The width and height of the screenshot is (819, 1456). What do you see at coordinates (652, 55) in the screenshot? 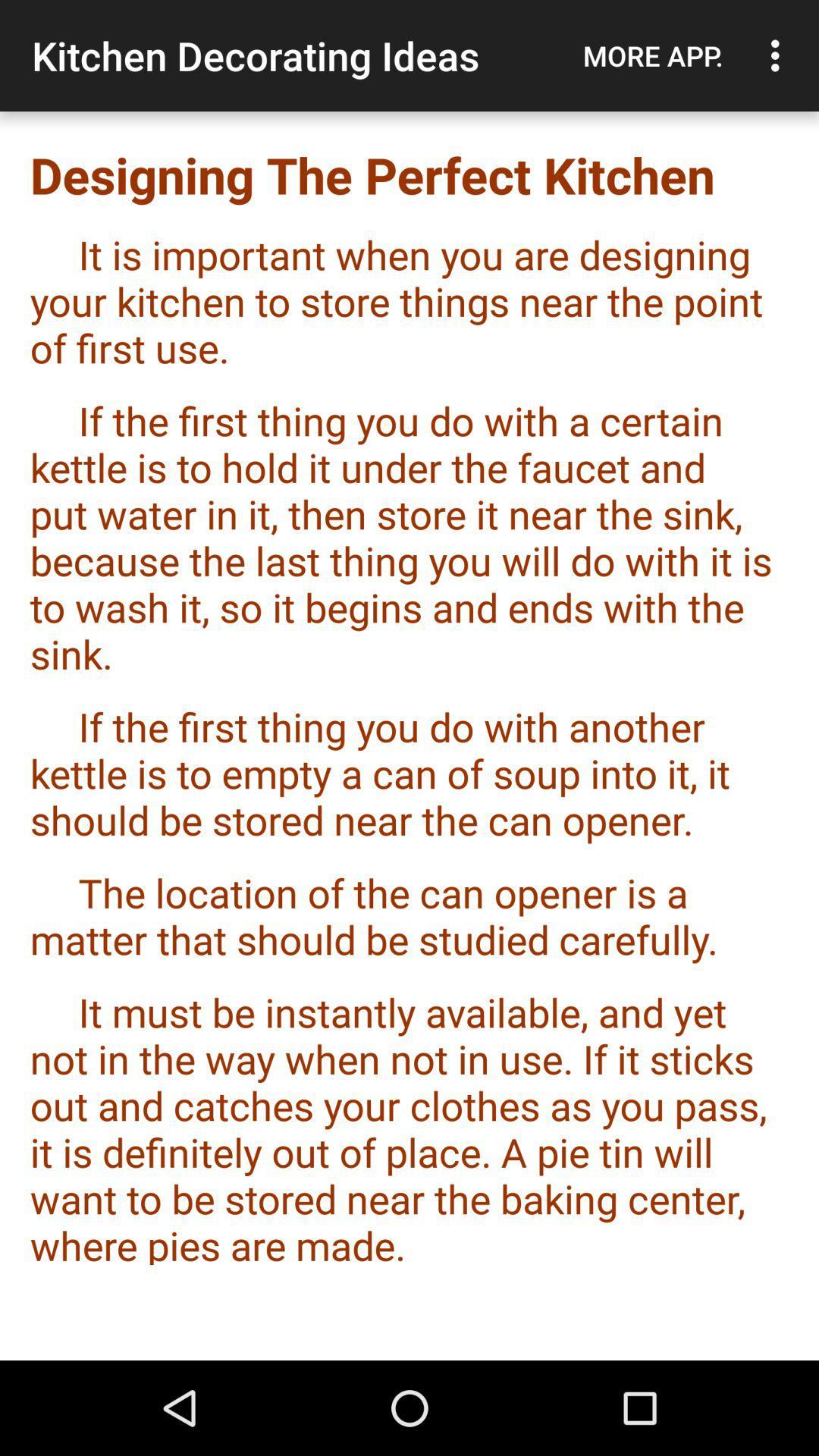
I see `the more app. icon` at bounding box center [652, 55].